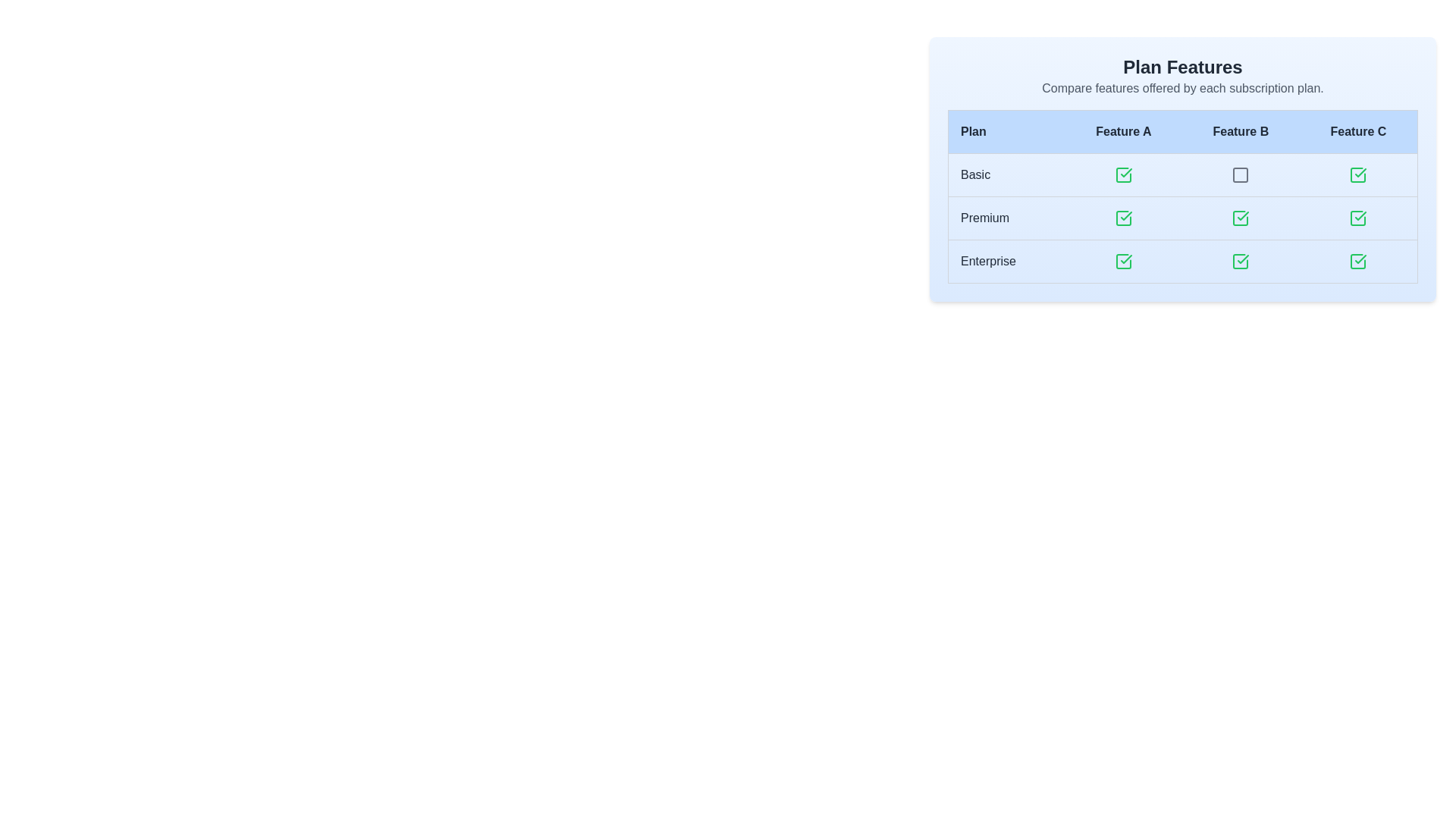 The height and width of the screenshot is (819, 1456). I want to click on the graphic icon representing a checkbox or status indicator that signifies 'Feature A' is included in the 'Enterprise' plan, located in the third row of the features table, so click(1123, 260).